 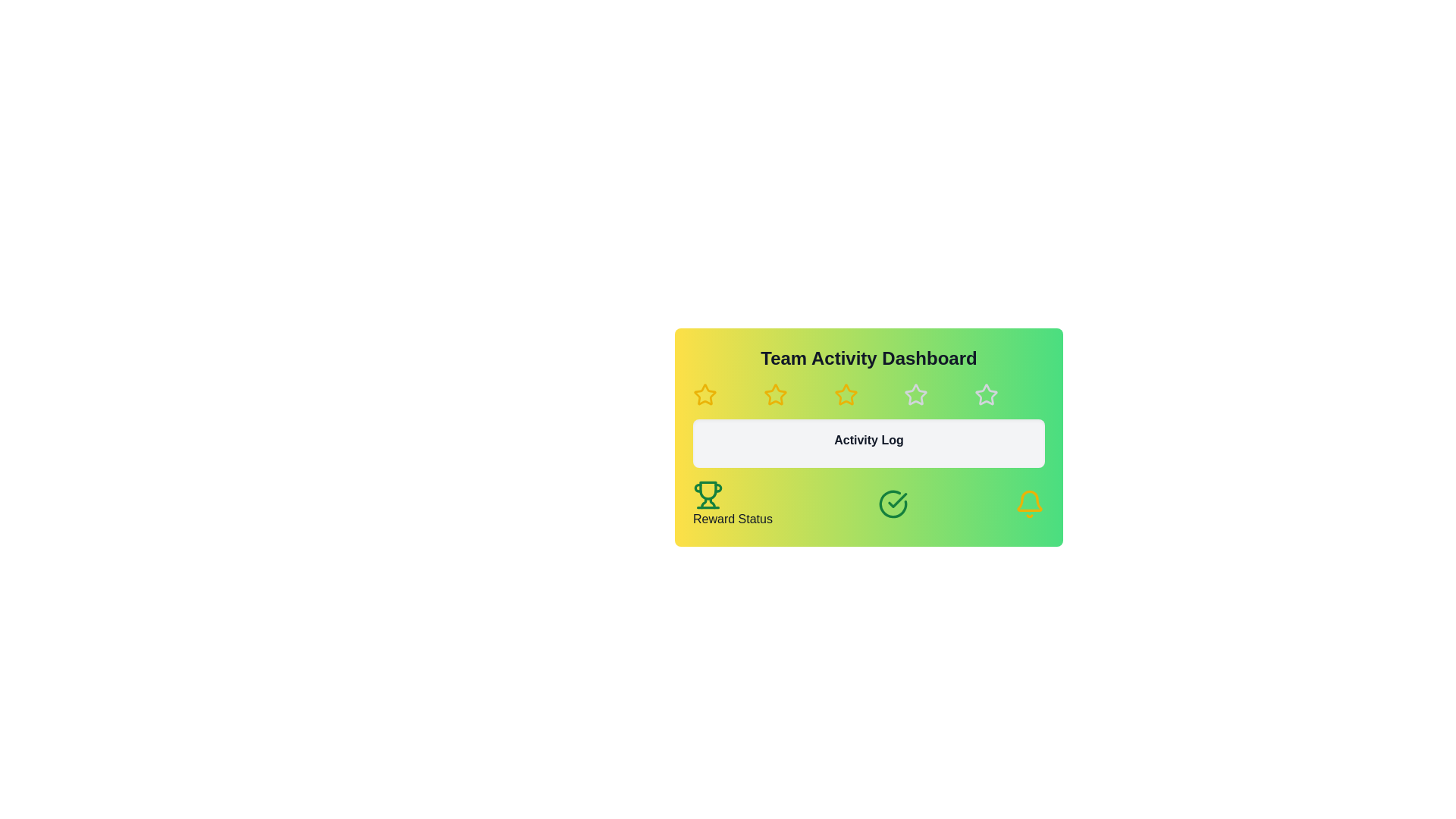 I want to click on the trophy icon located in the bottom-left corner of the interface, which represents achievement or reward, directly above the 'Reward Status' text label, so click(x=708, y=494).